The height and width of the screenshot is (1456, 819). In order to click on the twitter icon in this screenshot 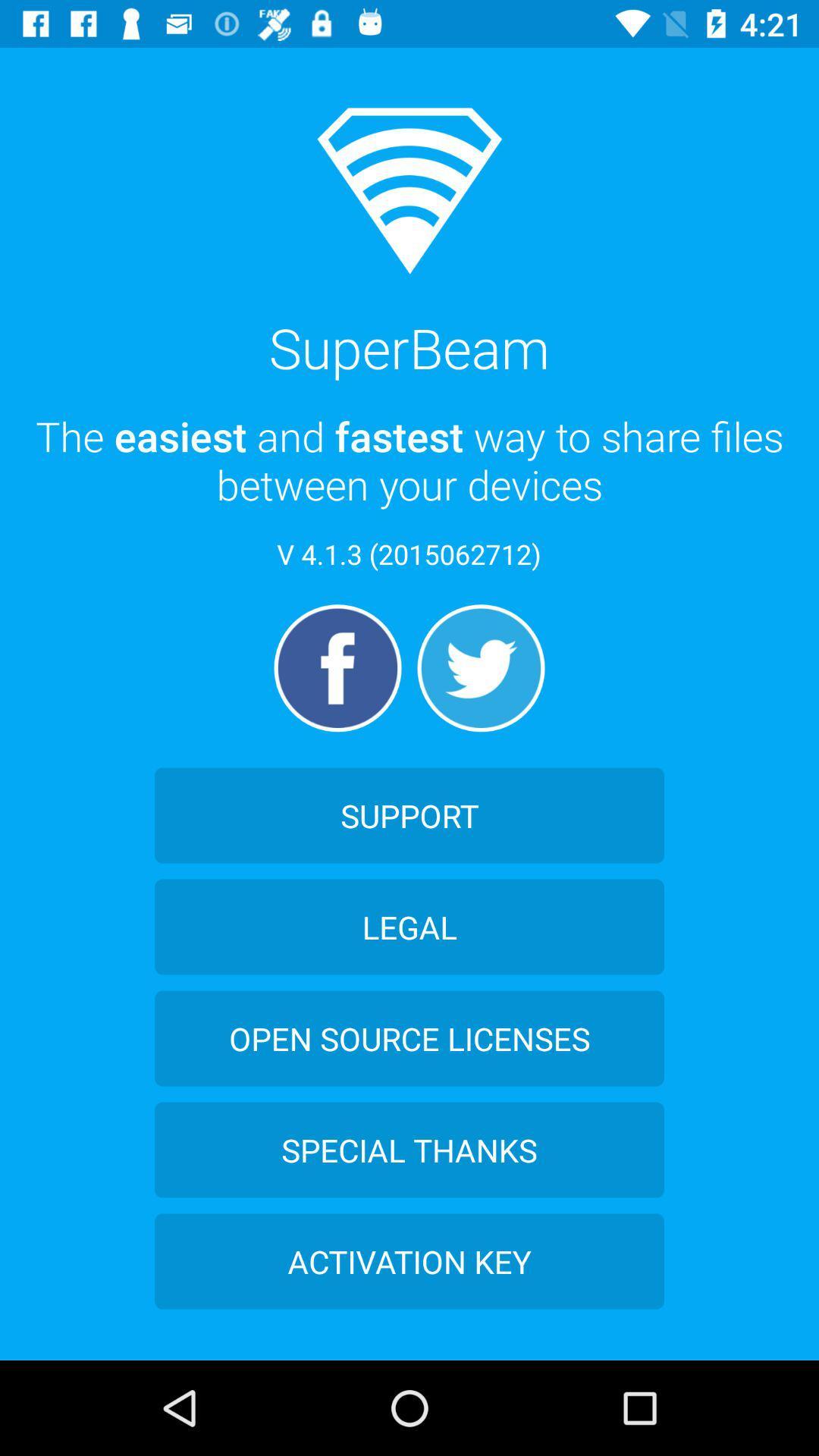, I will do `click(481, 667)`.